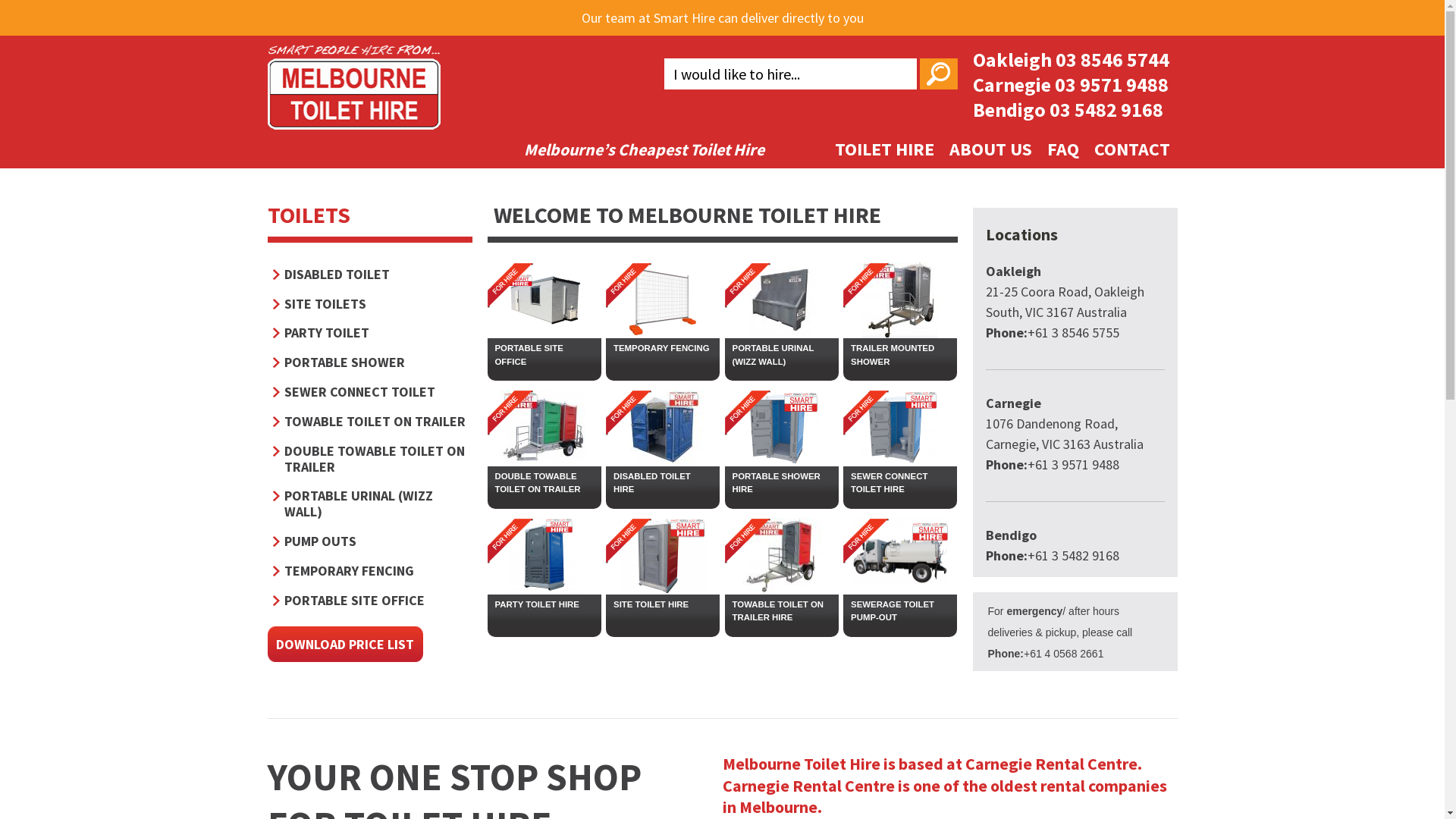 The width and height of the screenshot is (1456, 819). What do you see at coordinates (487, 482) in the screenshot?
I see `'DOUBLE TOWABLE TOILET ON TRAILER'` at bounding box center [487, 482].